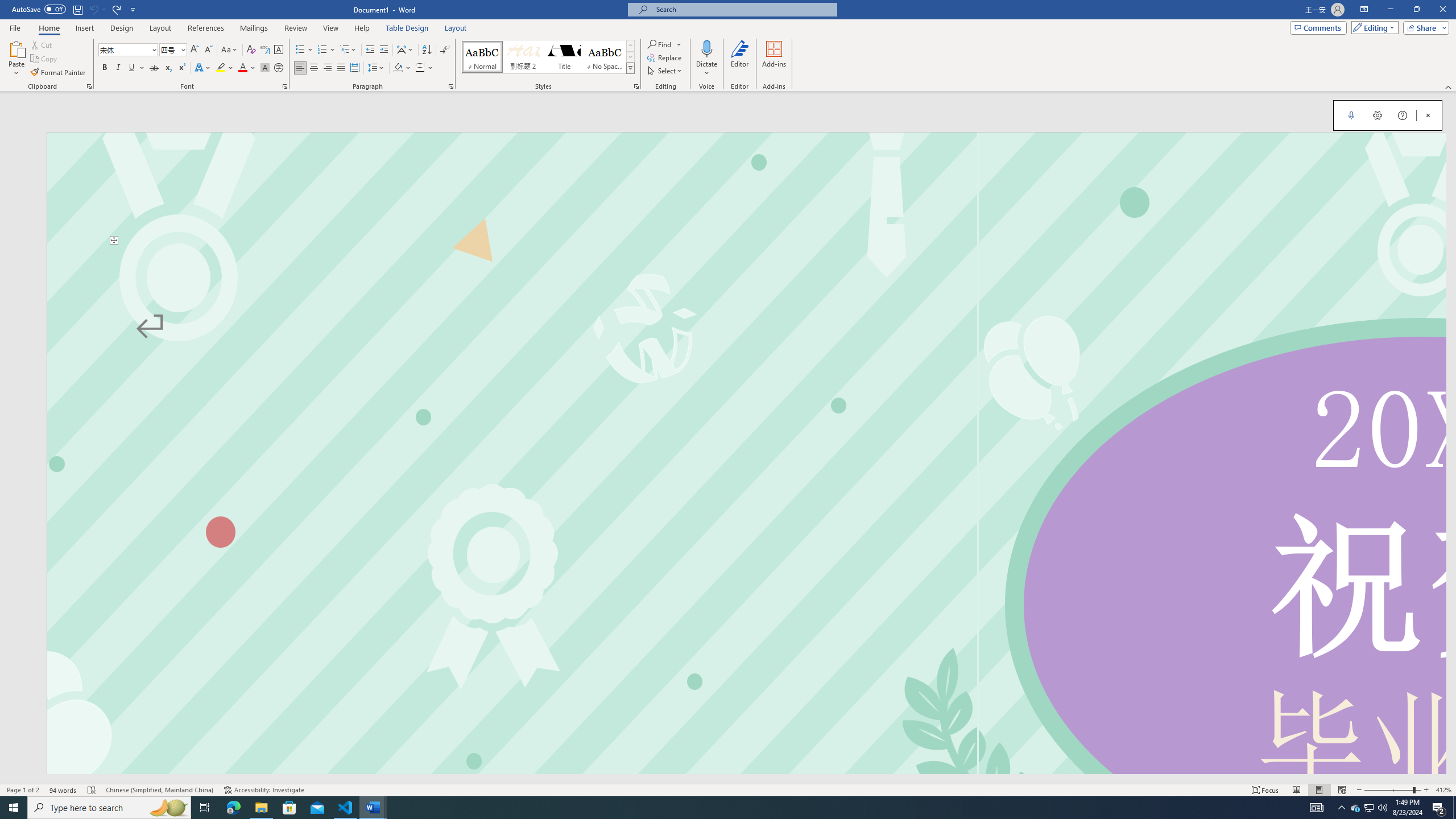 This screenshot has height=819, width=1456. What do you see at coordinates (1426, 790) in the screenshot?
I see `'Zoom In'` at bounding box center [1426, 790].